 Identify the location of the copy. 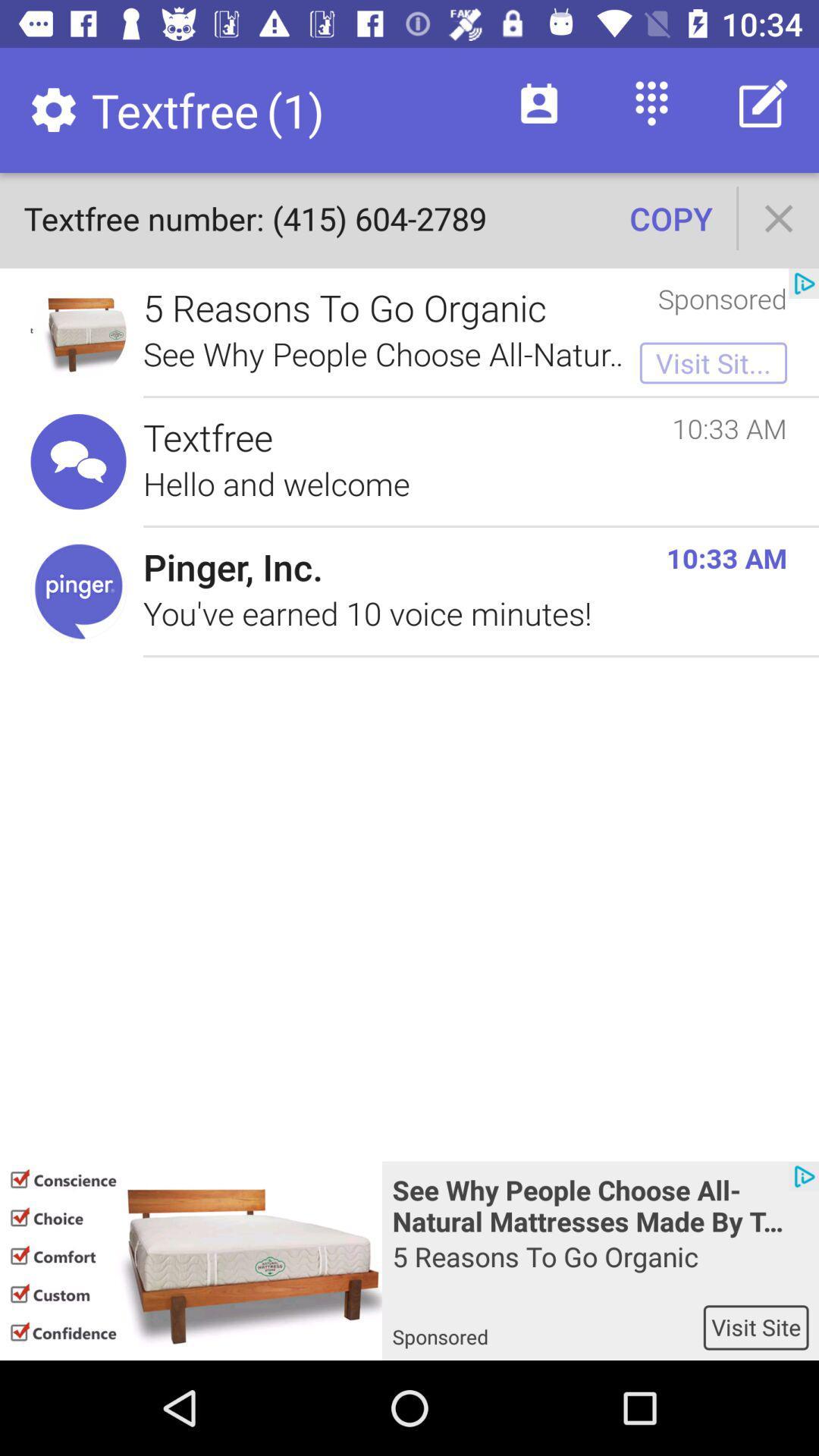
(670, 218).